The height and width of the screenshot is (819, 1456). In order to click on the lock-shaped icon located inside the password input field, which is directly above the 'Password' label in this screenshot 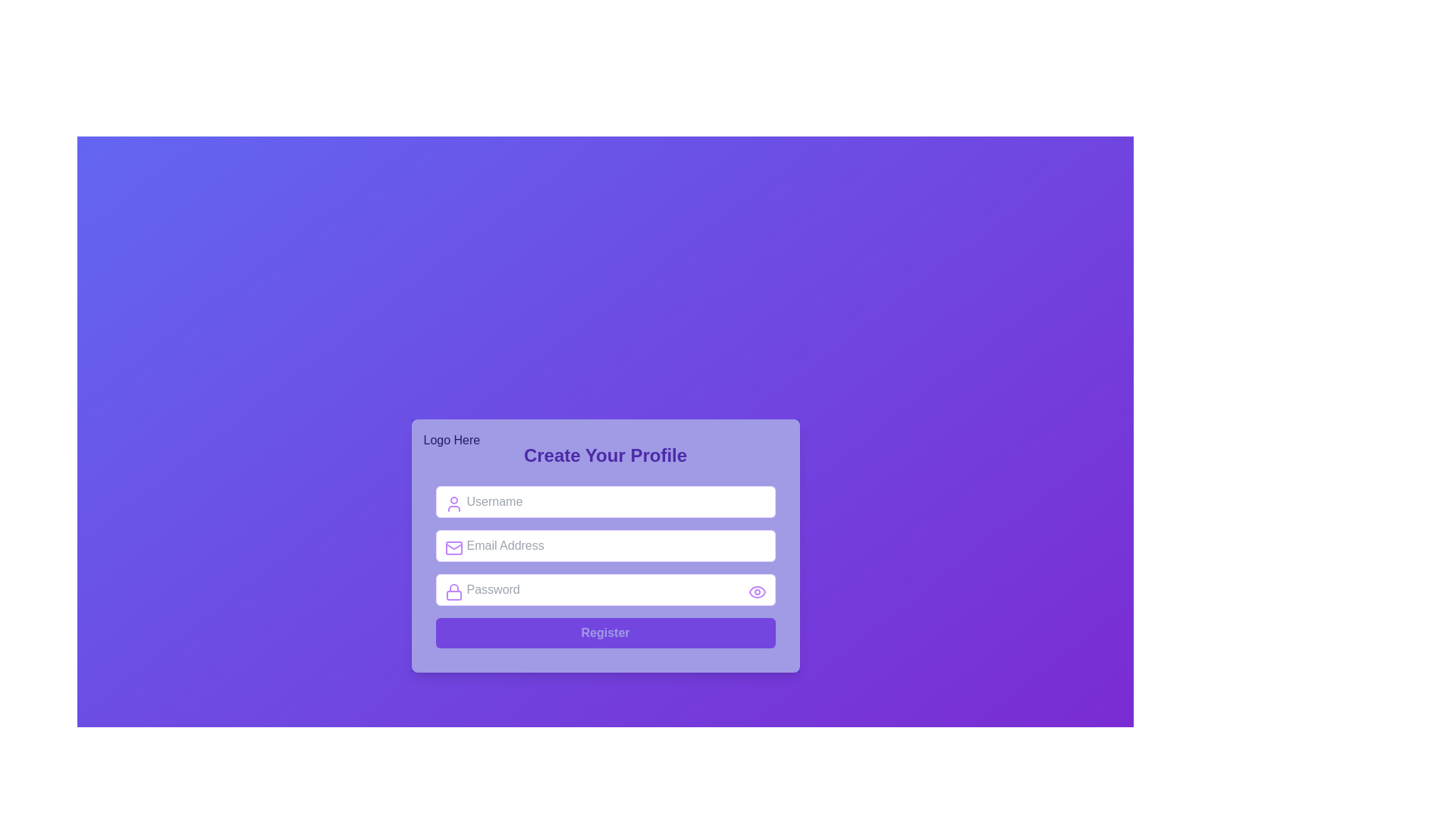, I will do `click(453, 591)`.